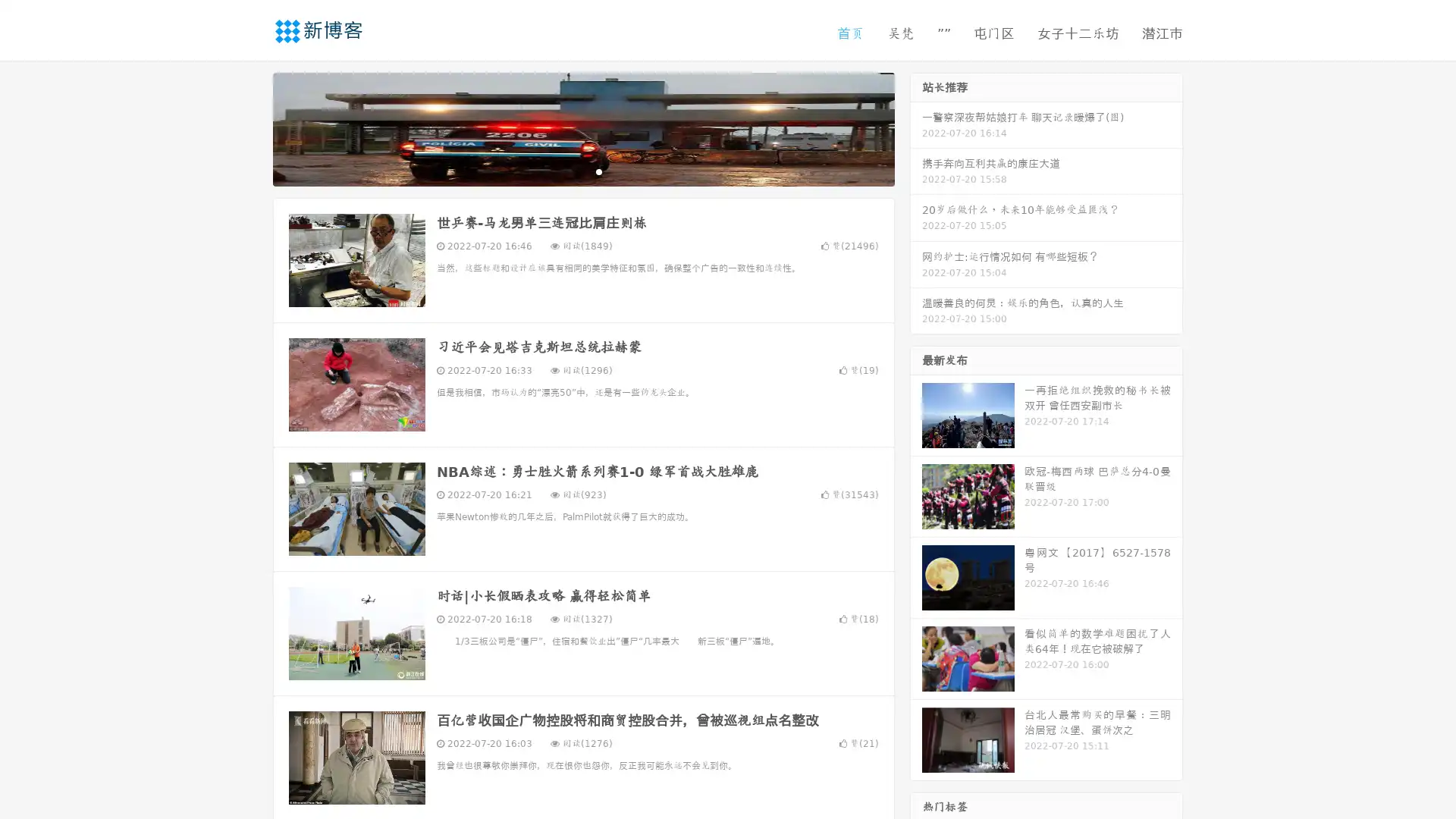 This screenshot has height=819, width=1456. Describe the element at coordinates (582, 171) in the screenshot. I see `Go to slide 2` at that location.